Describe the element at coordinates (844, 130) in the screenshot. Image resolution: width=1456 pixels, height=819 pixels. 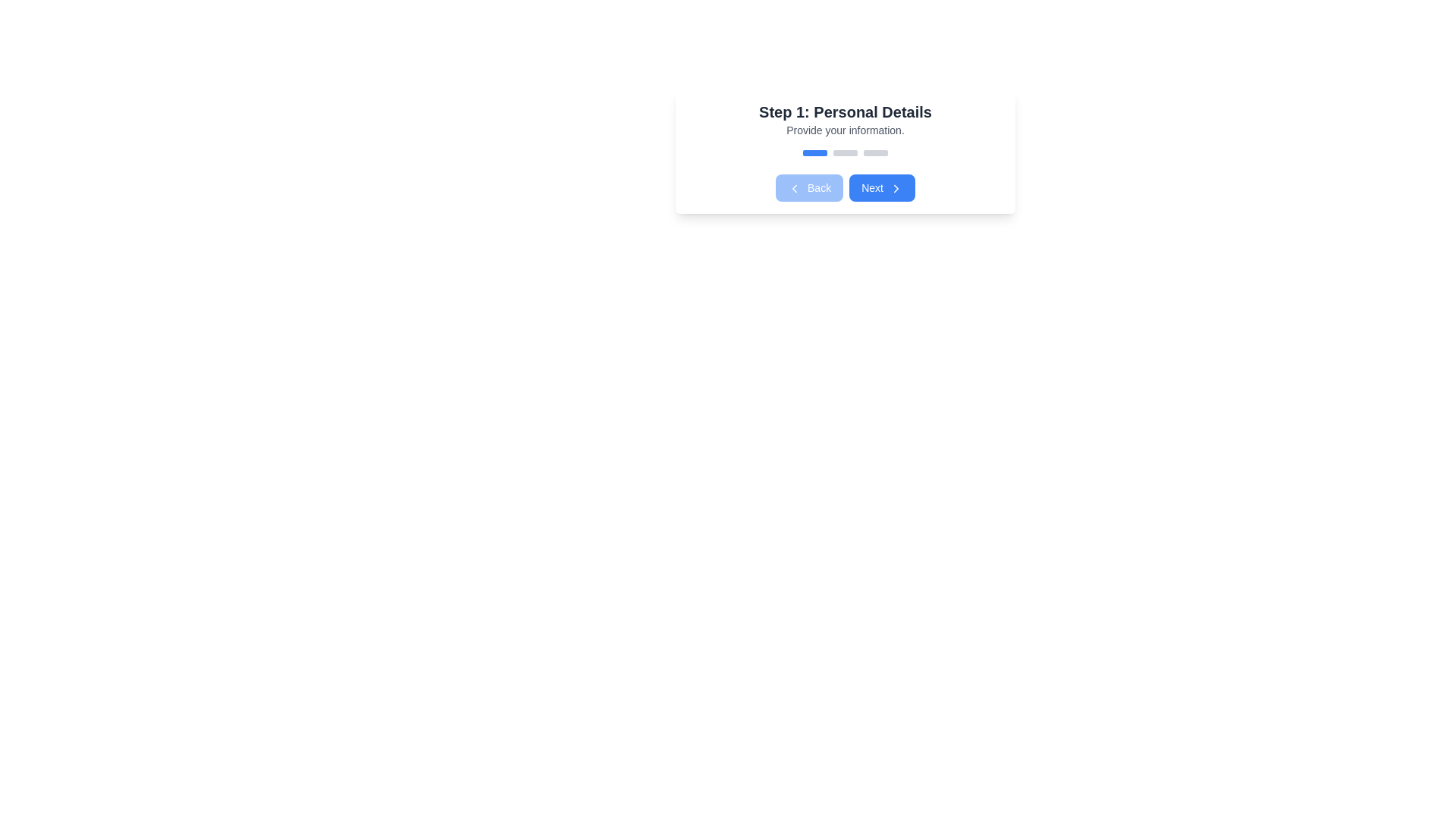
I see `the text label reading 'Provide your information.' which is styled in a small gray font and positioned below the title 'Step 1: Personal Details'` at that location.